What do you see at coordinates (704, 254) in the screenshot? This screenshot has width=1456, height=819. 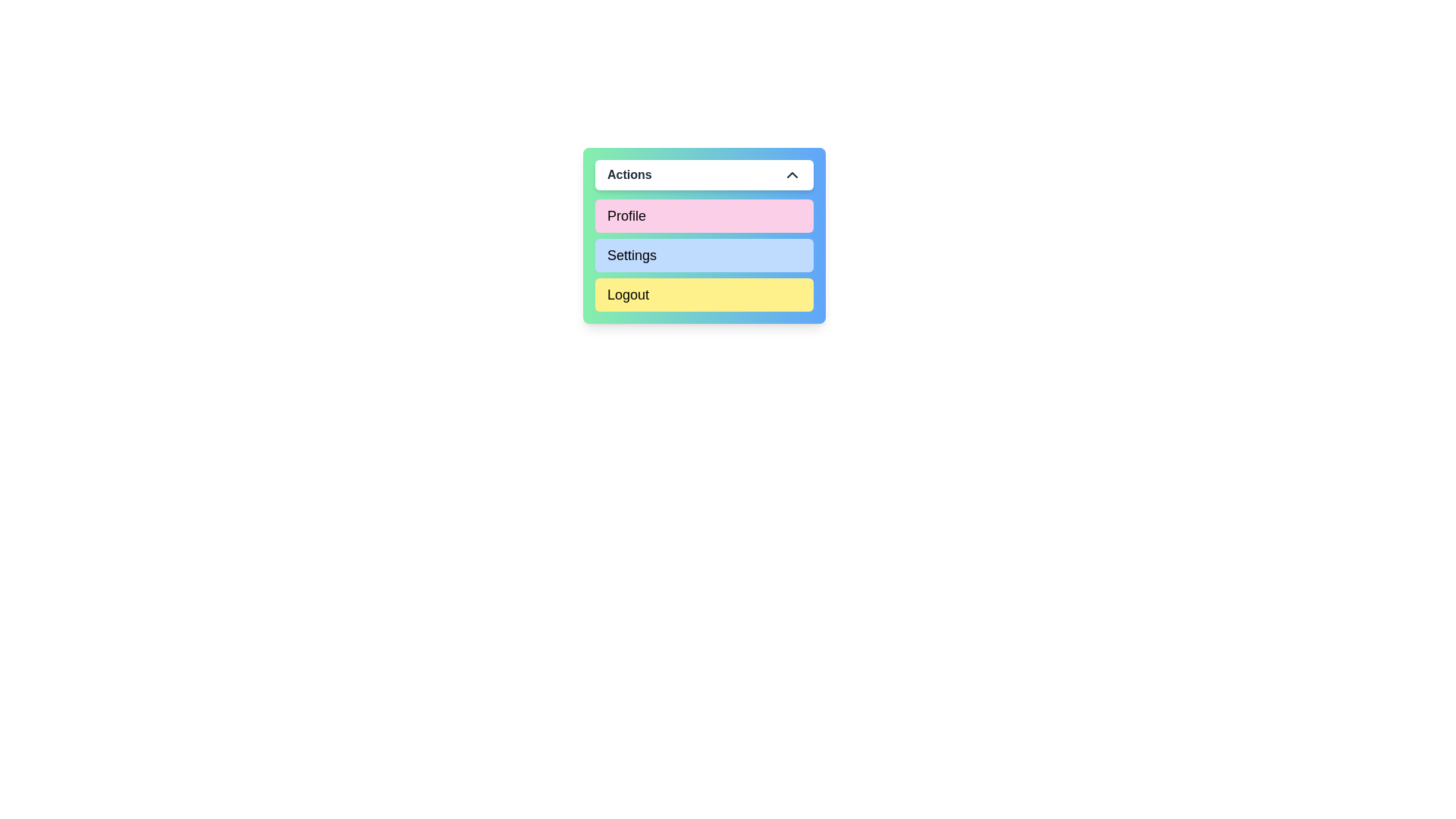 I see `the 'Settings' button, which is a light blue rectangular button with rounded corners, located between the 'Profile' button and the 'Logout' button in a vertical list` at bounding box center [704, 254].